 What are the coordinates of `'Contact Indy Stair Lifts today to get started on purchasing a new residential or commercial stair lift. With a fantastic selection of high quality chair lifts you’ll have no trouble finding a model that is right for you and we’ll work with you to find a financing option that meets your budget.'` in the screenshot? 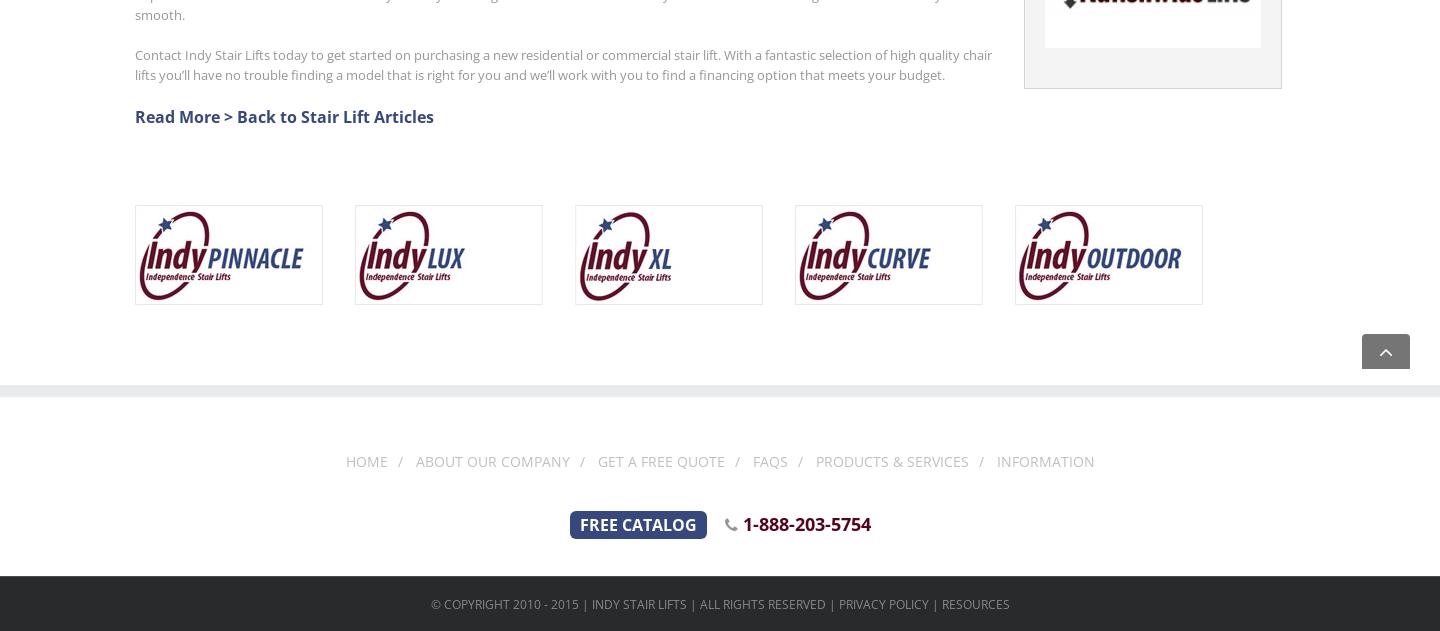 It's located at (563, 64).